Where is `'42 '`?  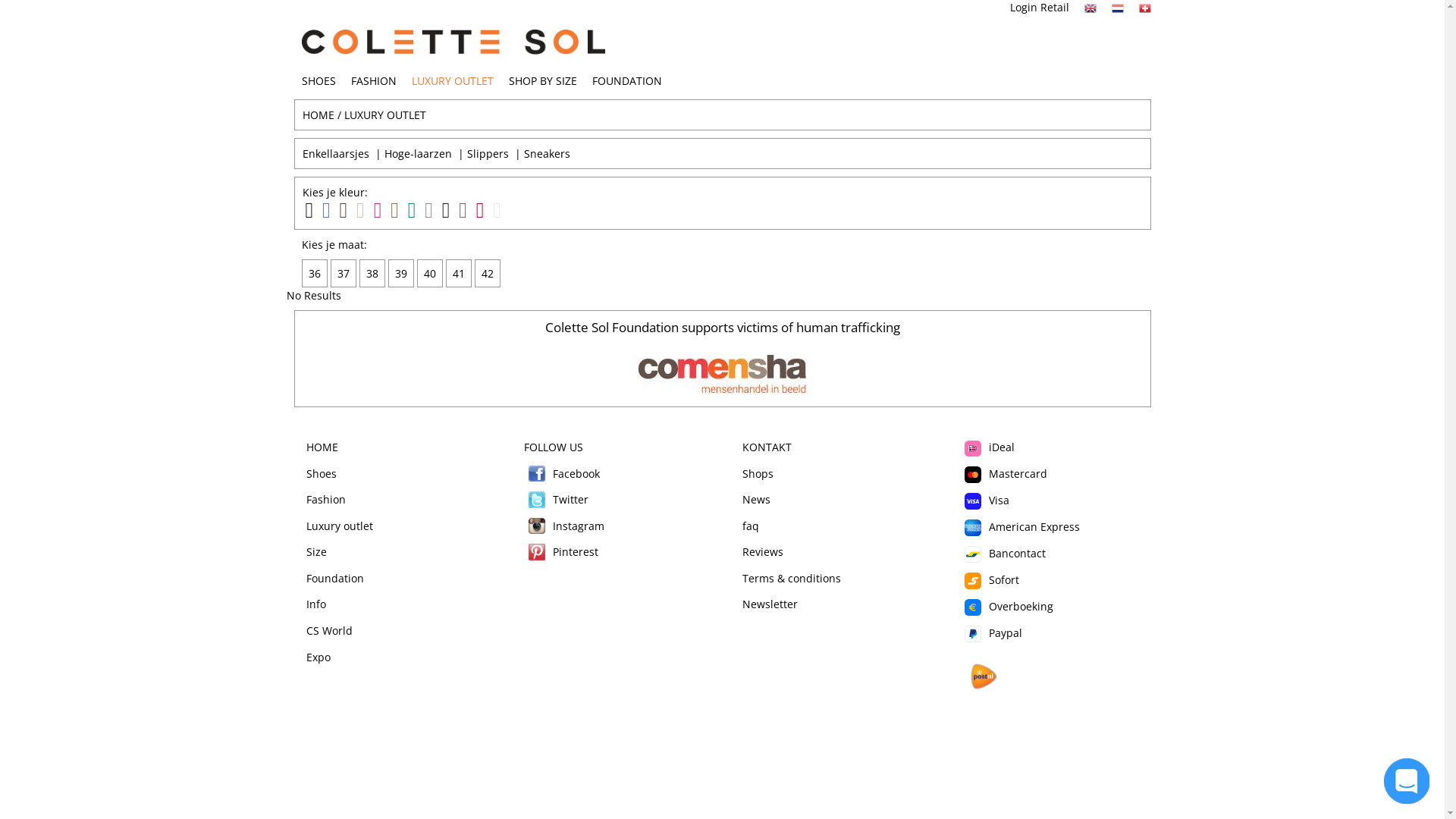
'42 ' is located at coordinates (488, 273).